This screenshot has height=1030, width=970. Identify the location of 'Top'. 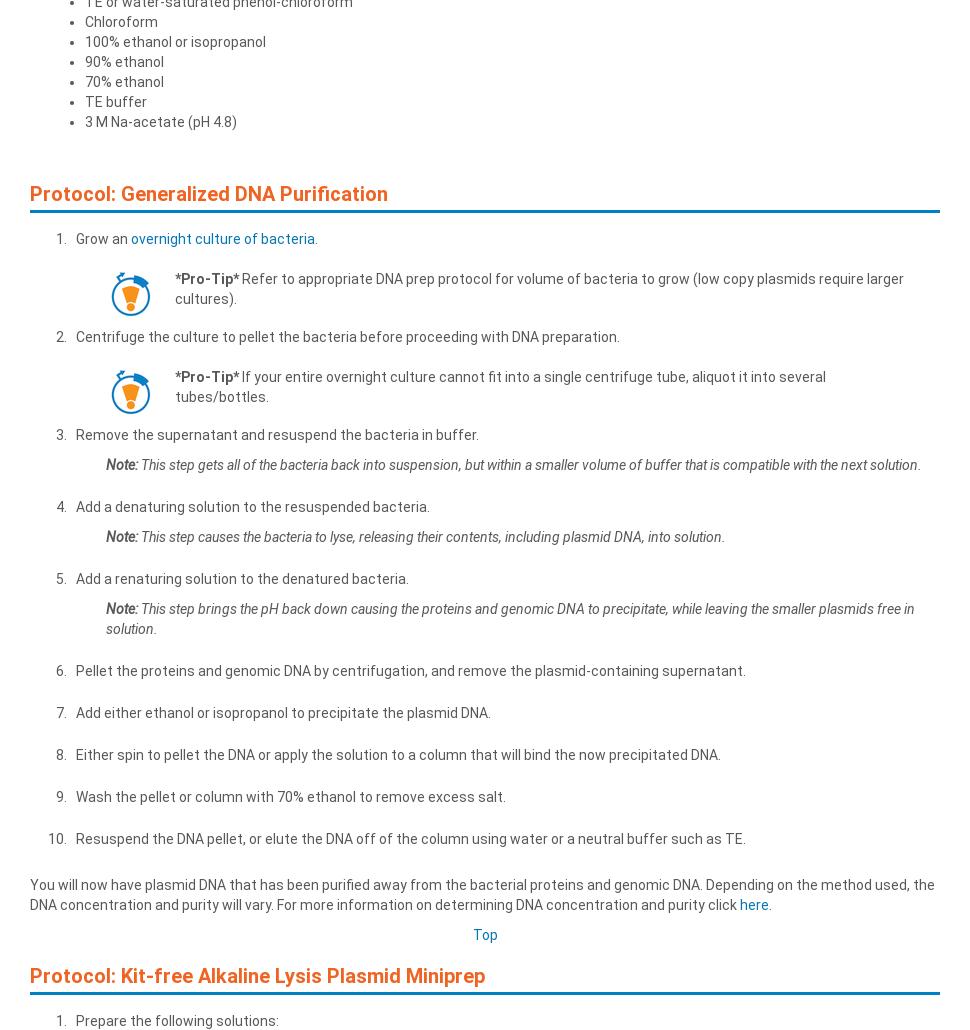
(483, 934).